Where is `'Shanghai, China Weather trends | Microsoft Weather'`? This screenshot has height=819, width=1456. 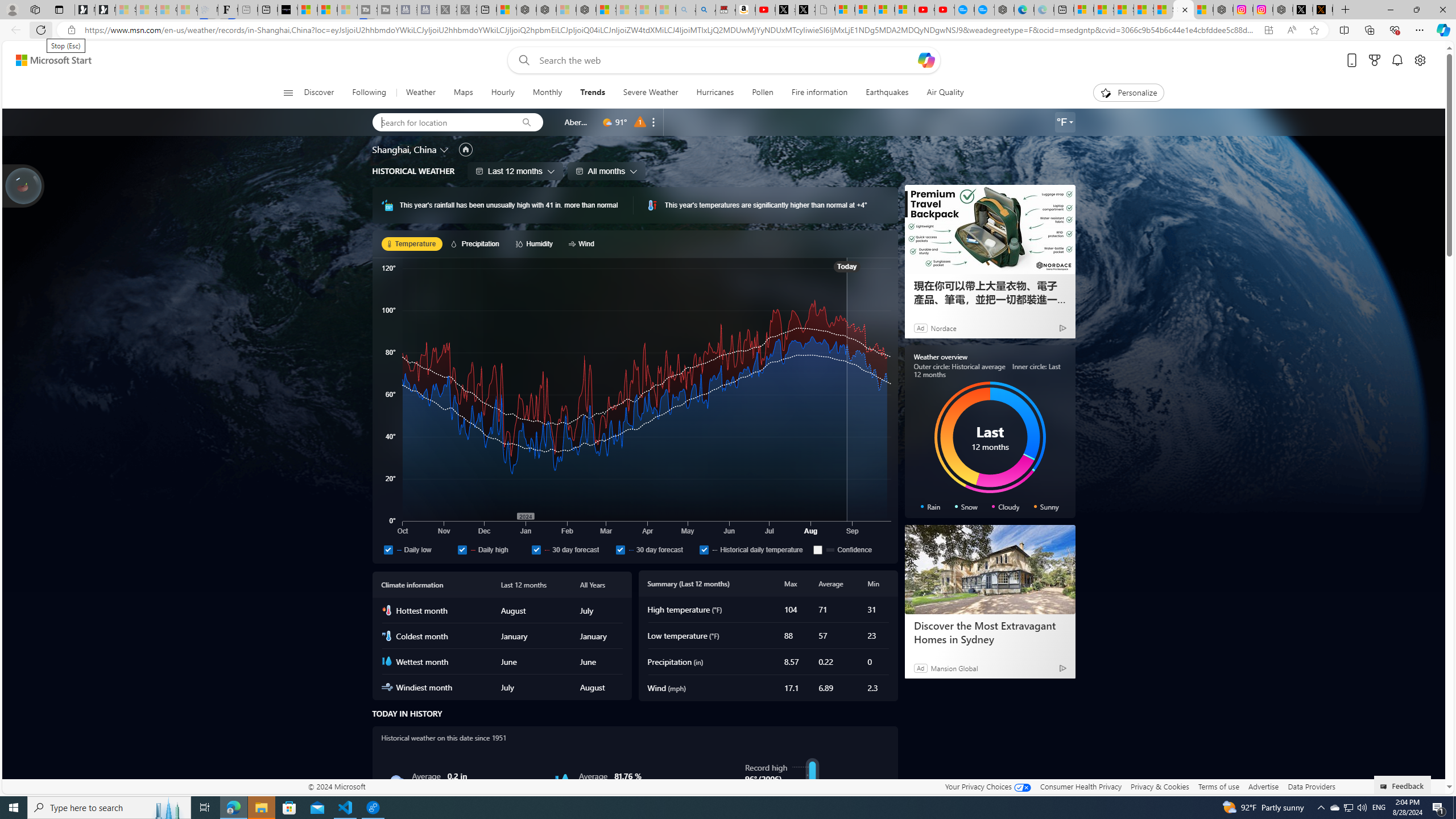
'Shanghai, China Weather trends | Microsoft Weather' is located at coordinates (1183, 9).